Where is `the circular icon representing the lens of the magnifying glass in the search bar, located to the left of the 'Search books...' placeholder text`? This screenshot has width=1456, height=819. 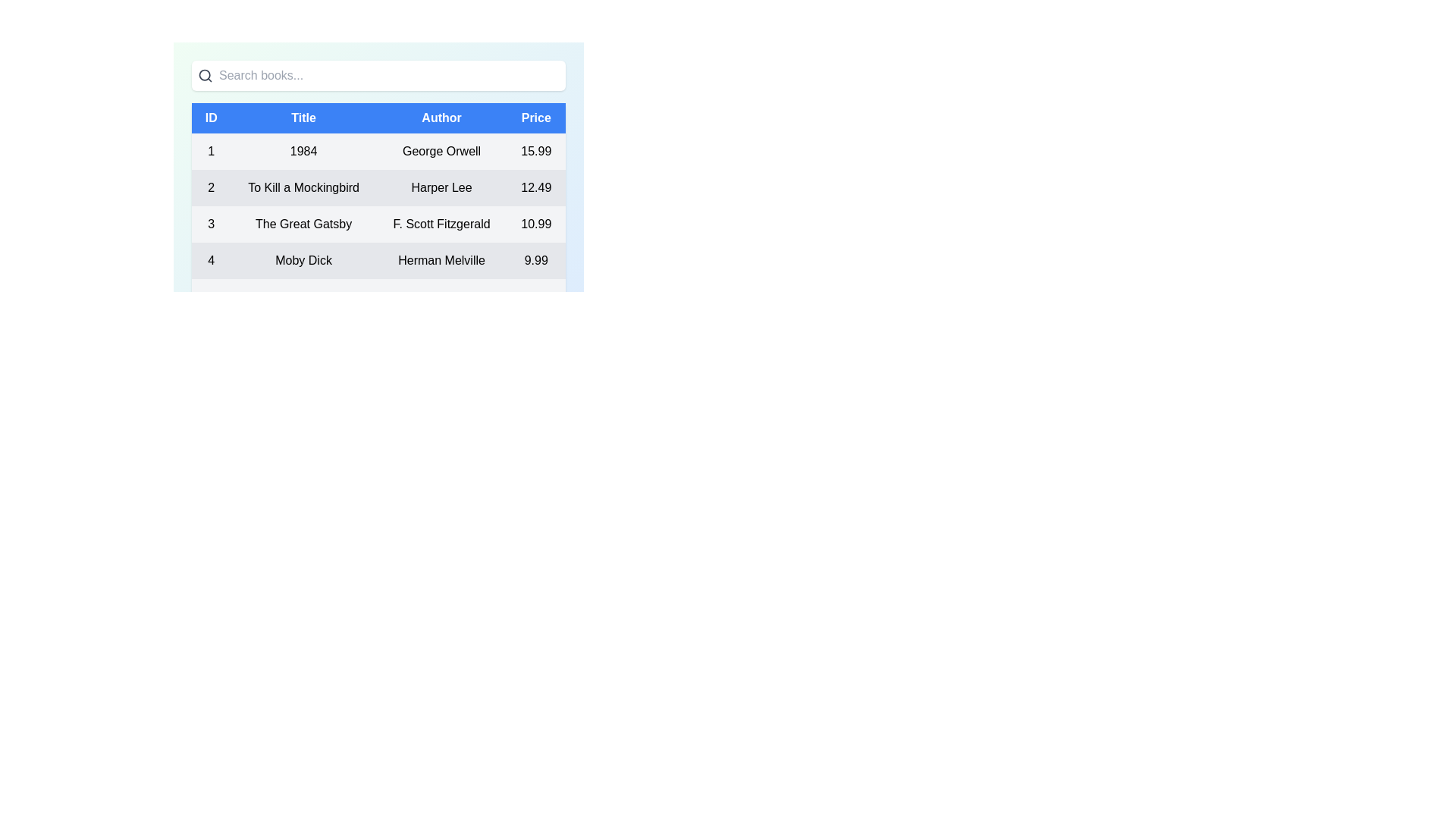 the circular icon representing the lens of the magnifying glass in the search bar, located to the left of the 'Search books...' placeholder text is located at coordinates (204, 75).